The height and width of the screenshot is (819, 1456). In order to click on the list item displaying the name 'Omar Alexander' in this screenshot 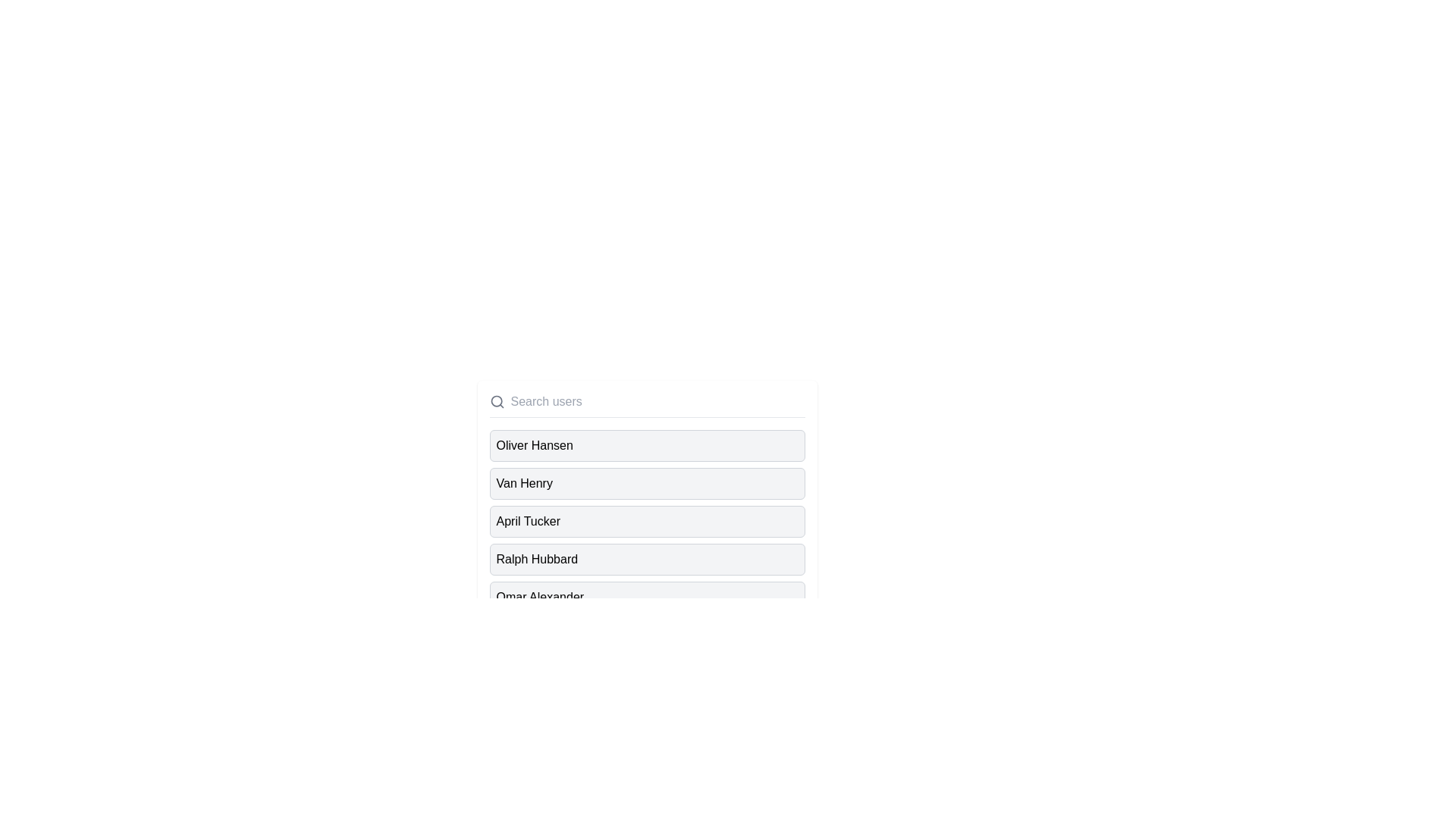, I will do `click(647, 596)`.